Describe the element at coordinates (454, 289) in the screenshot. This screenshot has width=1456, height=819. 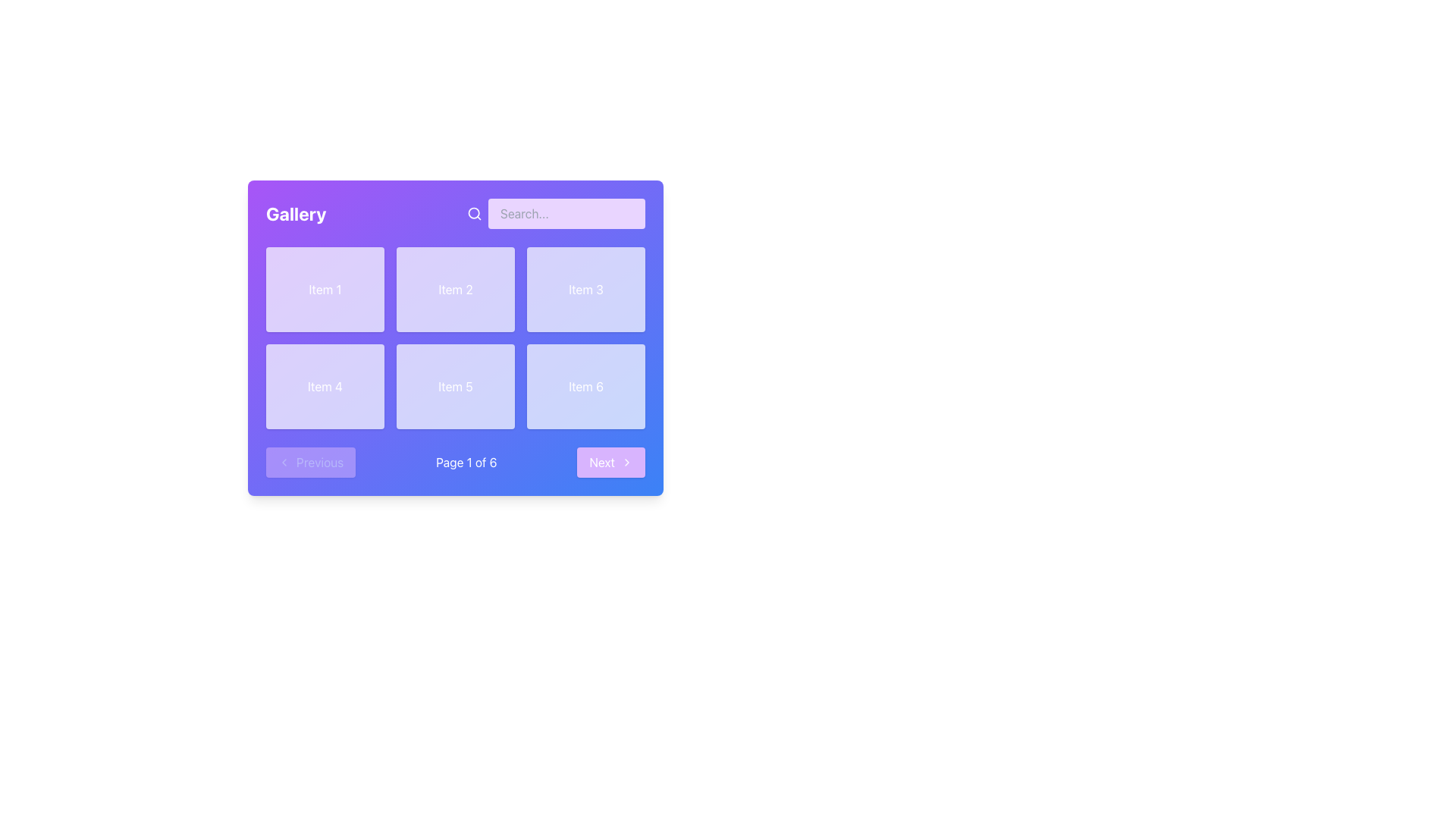
I see `the text label displaying 'Item 2' which is styled in white font on a lavender background, located in the middle of the first row of a 3x2 grid layout` at that location.